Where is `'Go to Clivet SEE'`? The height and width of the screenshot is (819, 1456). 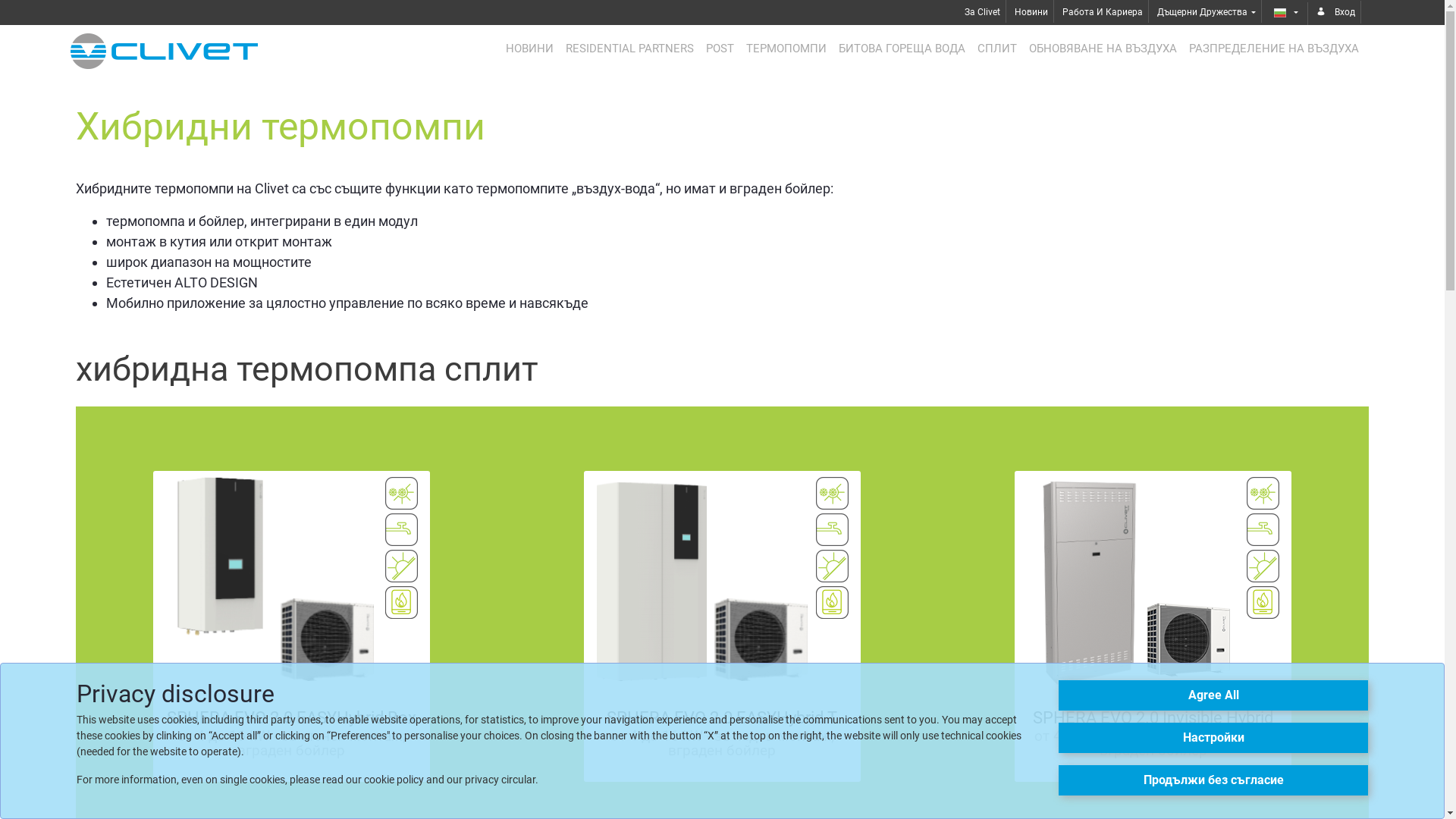 'Go to Clivet SEE' is located at coordinates (164, 50).